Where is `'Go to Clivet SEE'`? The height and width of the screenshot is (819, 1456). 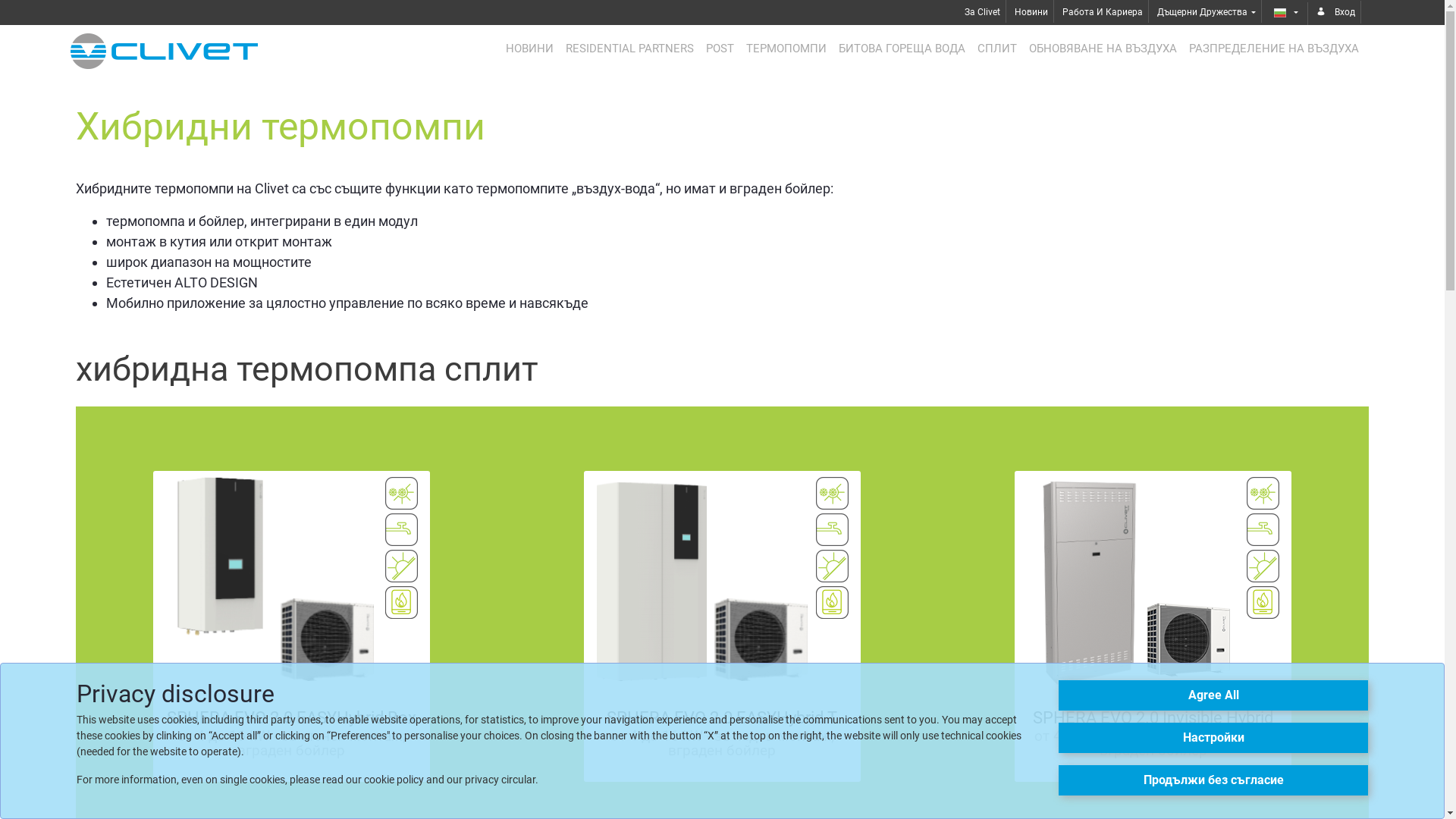 'Go to Clivet SEE' is located at coordinates (164, 50).